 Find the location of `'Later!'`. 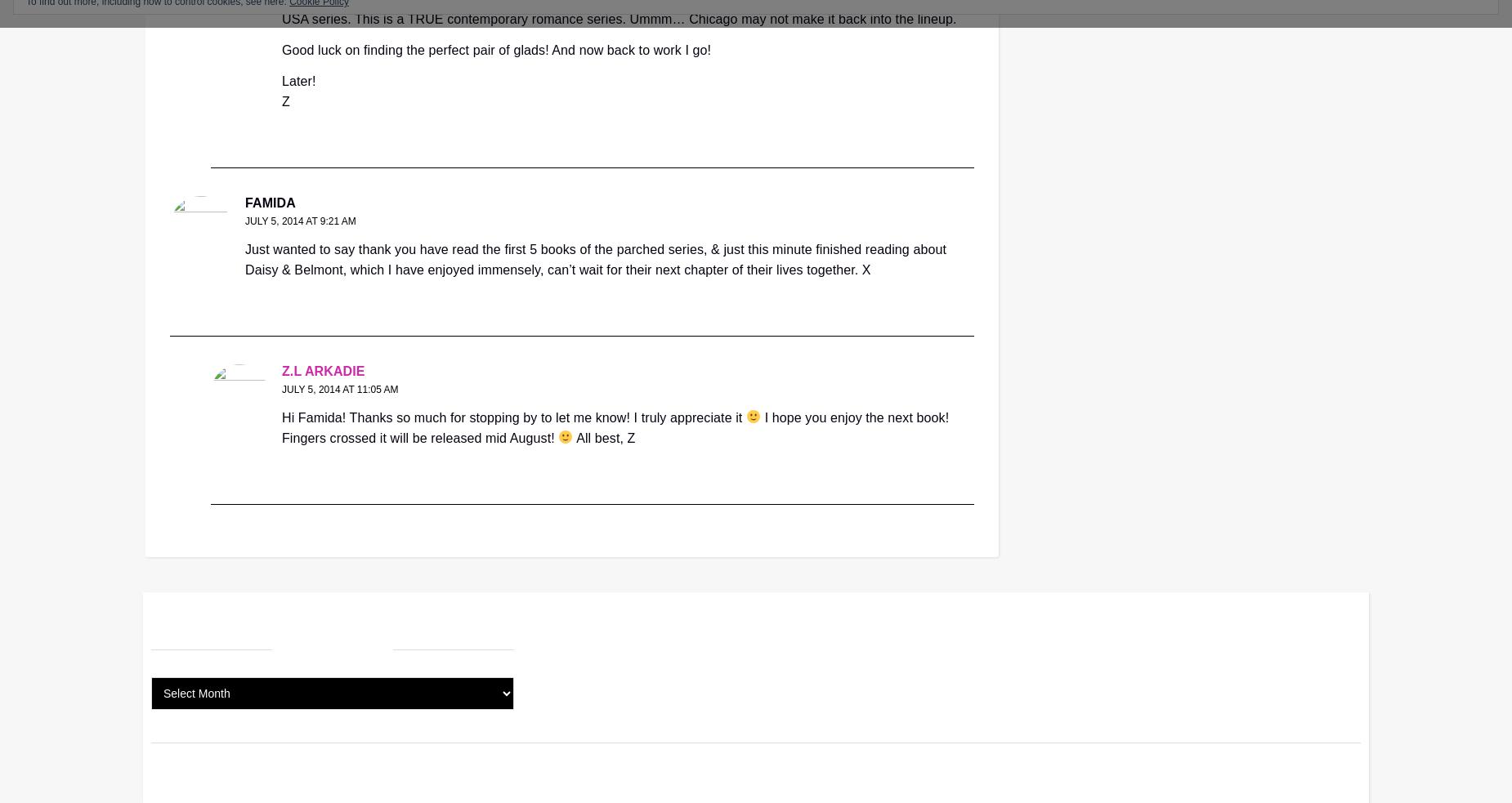

'Later!' is located at coordinates (297, 80).